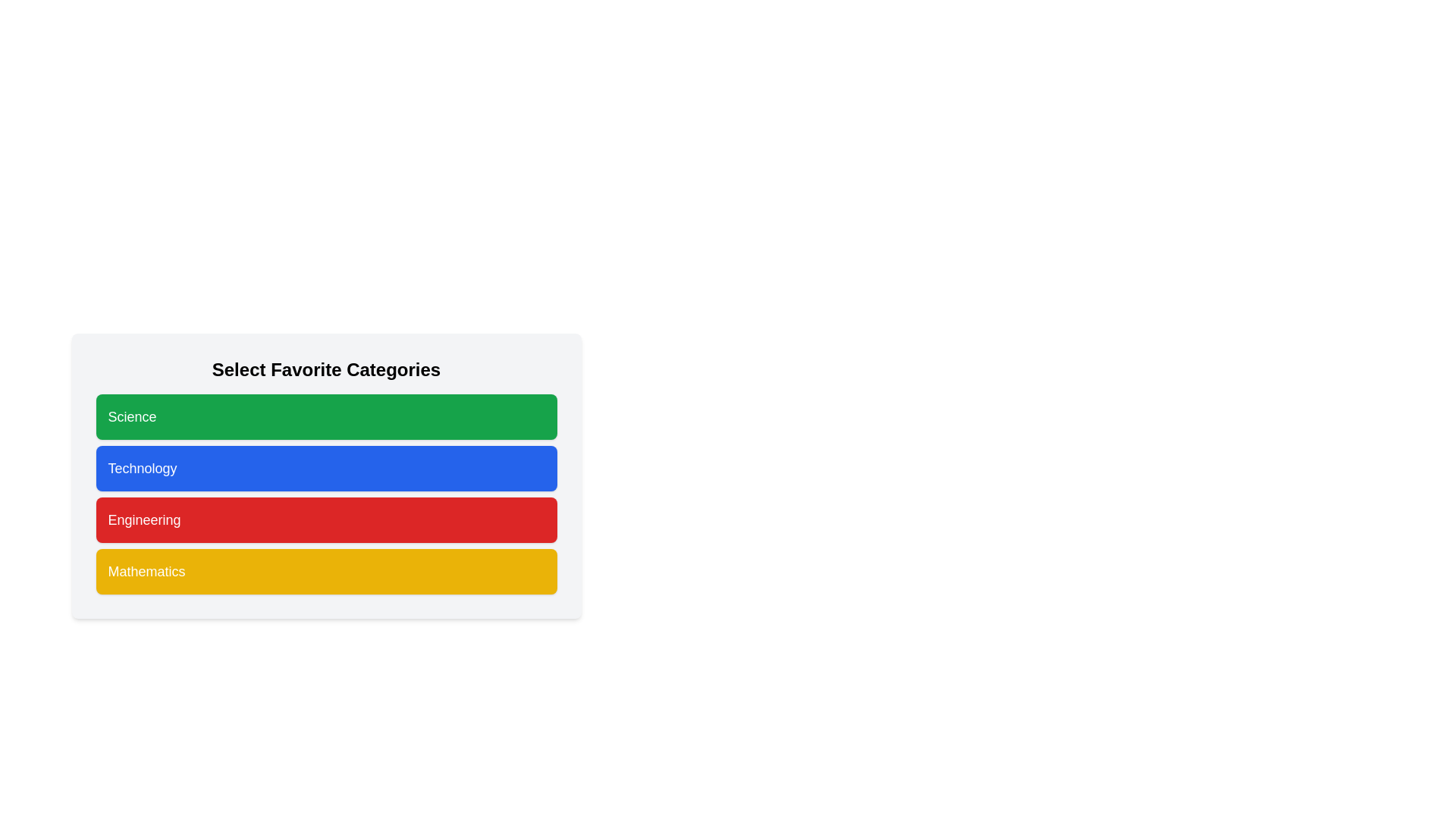 This screenshot has height=819, width=1456. I want to click on the 'Engineering' button with a red background and bold white text, so click(325, 519).